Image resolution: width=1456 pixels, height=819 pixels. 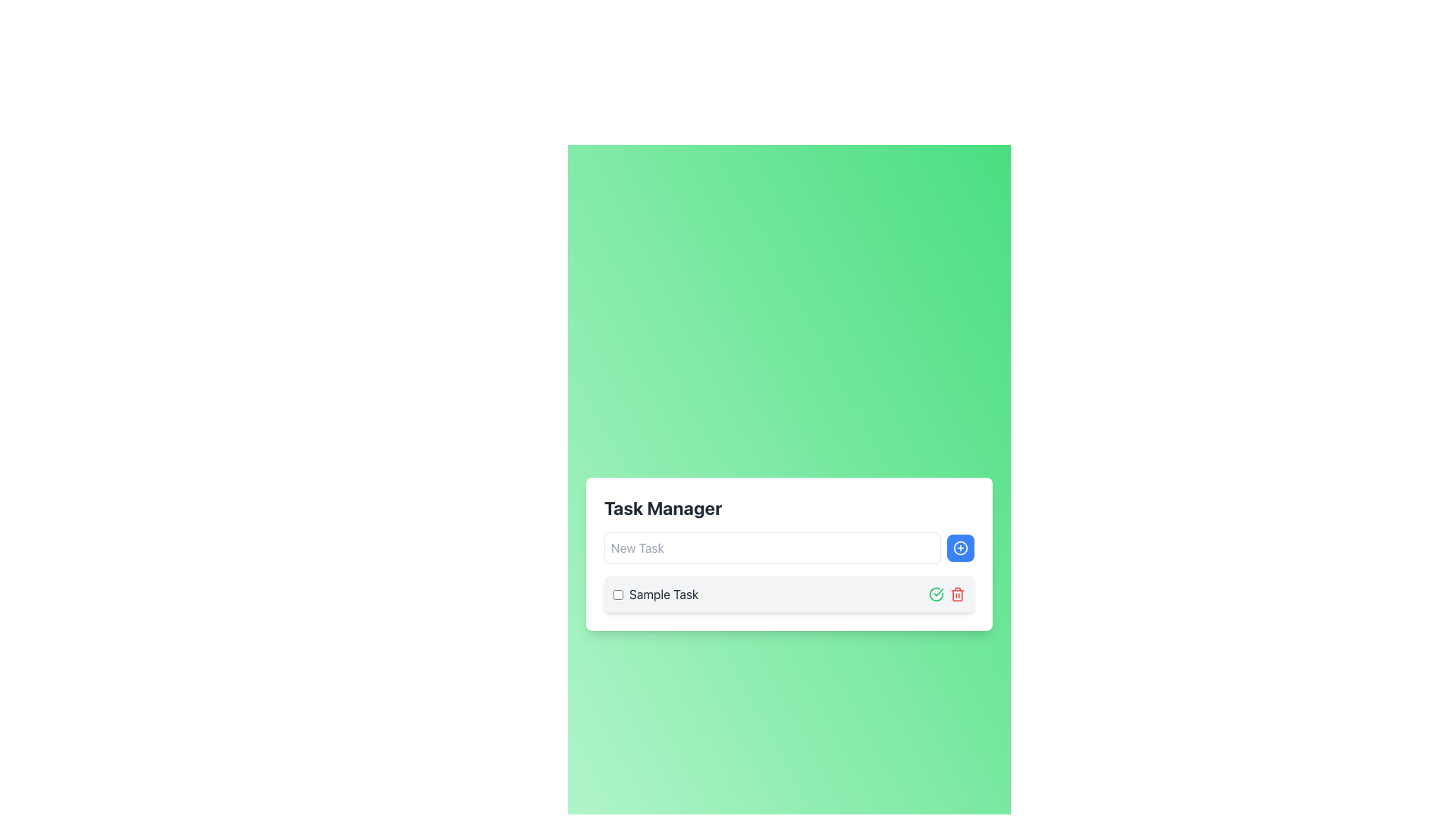 I want to click on text label that provides descriptive information about the specific task item, located to the right of the checkbox, so click(x=664, y=593).